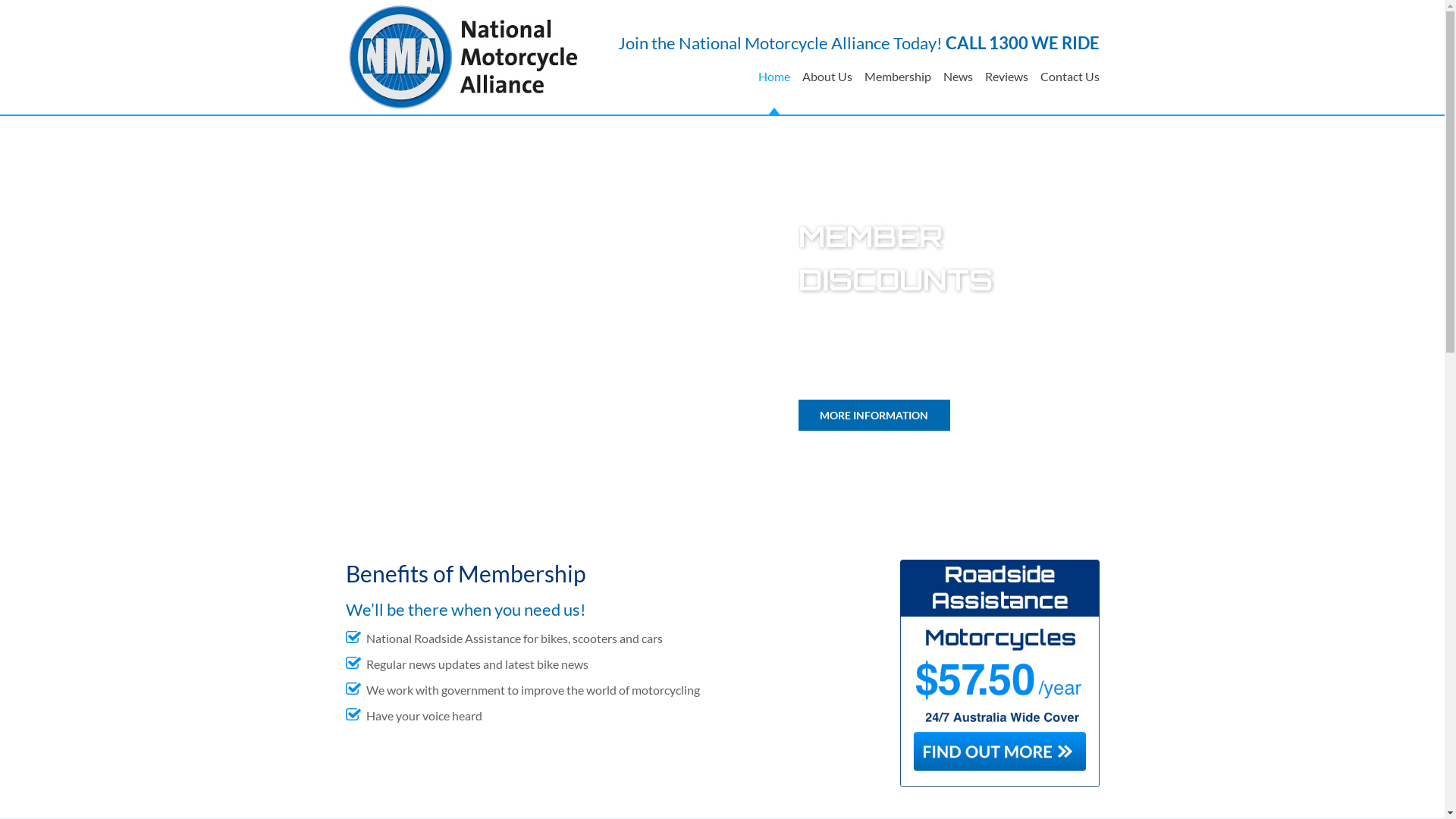 This screenshot has height=819, width=1456. I want to click on 'National Motorcycle Alliance', so click(463, 56).